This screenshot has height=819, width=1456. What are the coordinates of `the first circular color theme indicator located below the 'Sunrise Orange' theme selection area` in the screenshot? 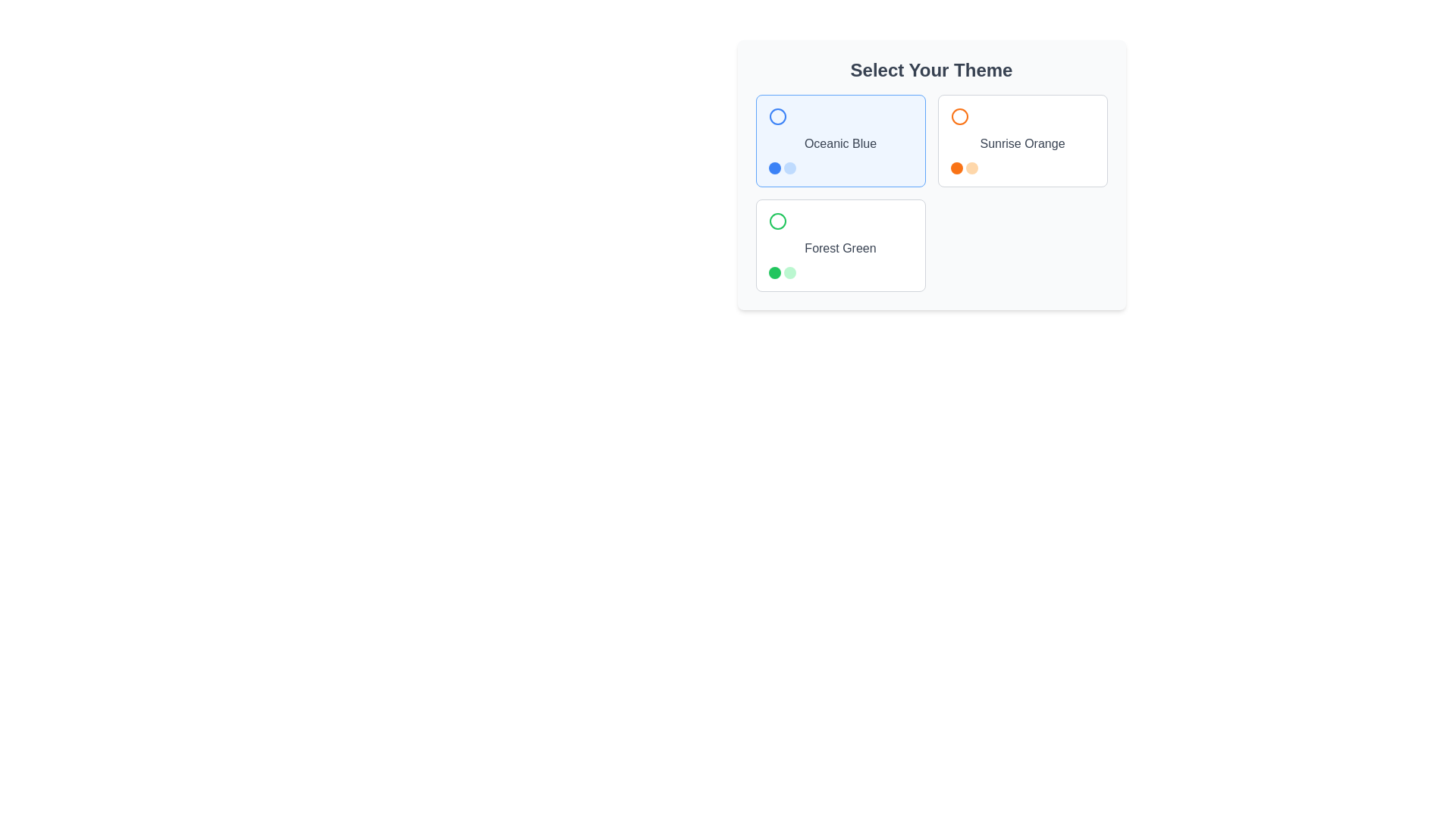 It's located at (955, 168).